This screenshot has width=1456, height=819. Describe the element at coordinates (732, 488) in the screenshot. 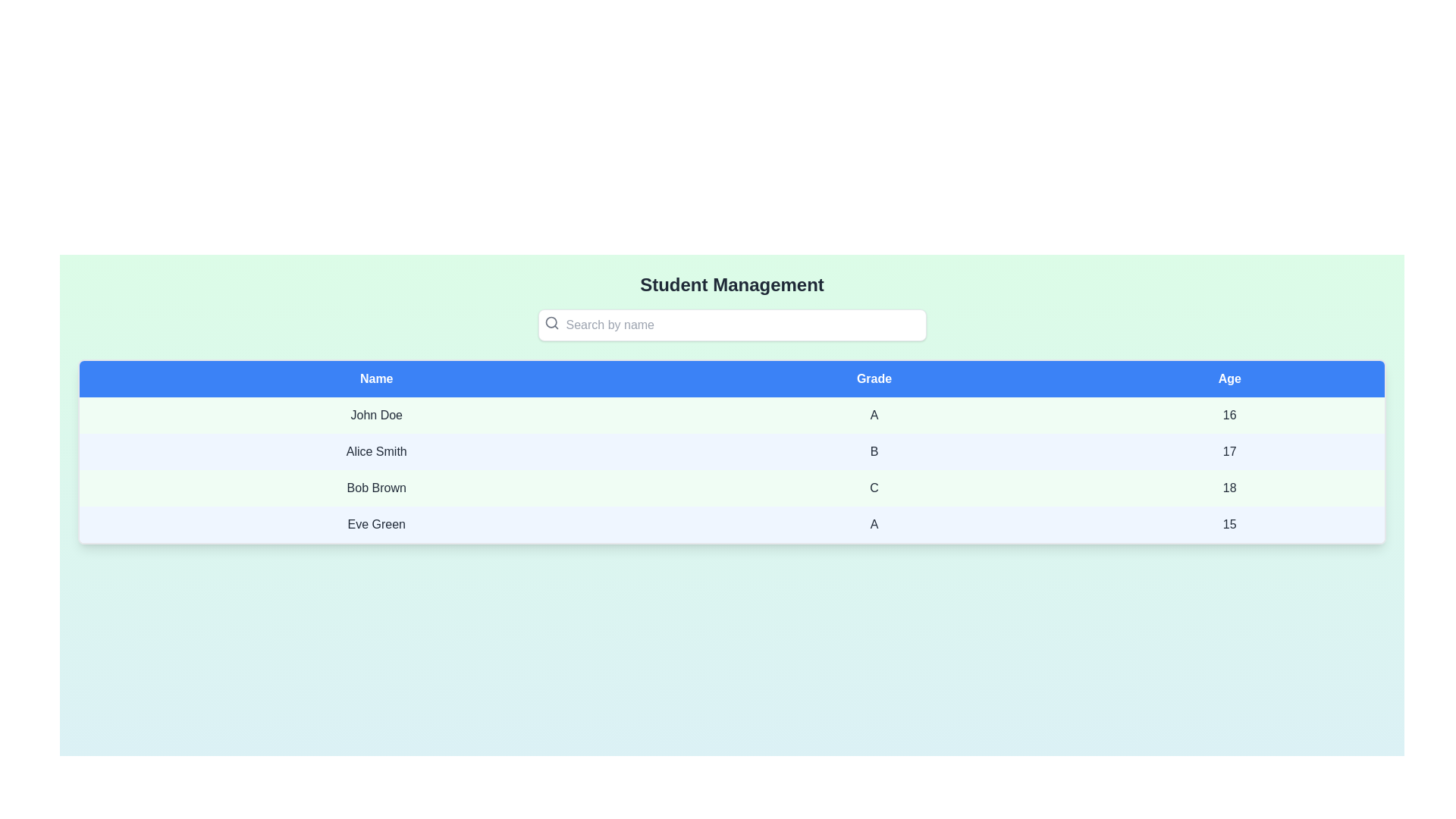

I see `the third row of the data table which contains information about 'Bob Brown', grade 'C', and age '18'` at that location.